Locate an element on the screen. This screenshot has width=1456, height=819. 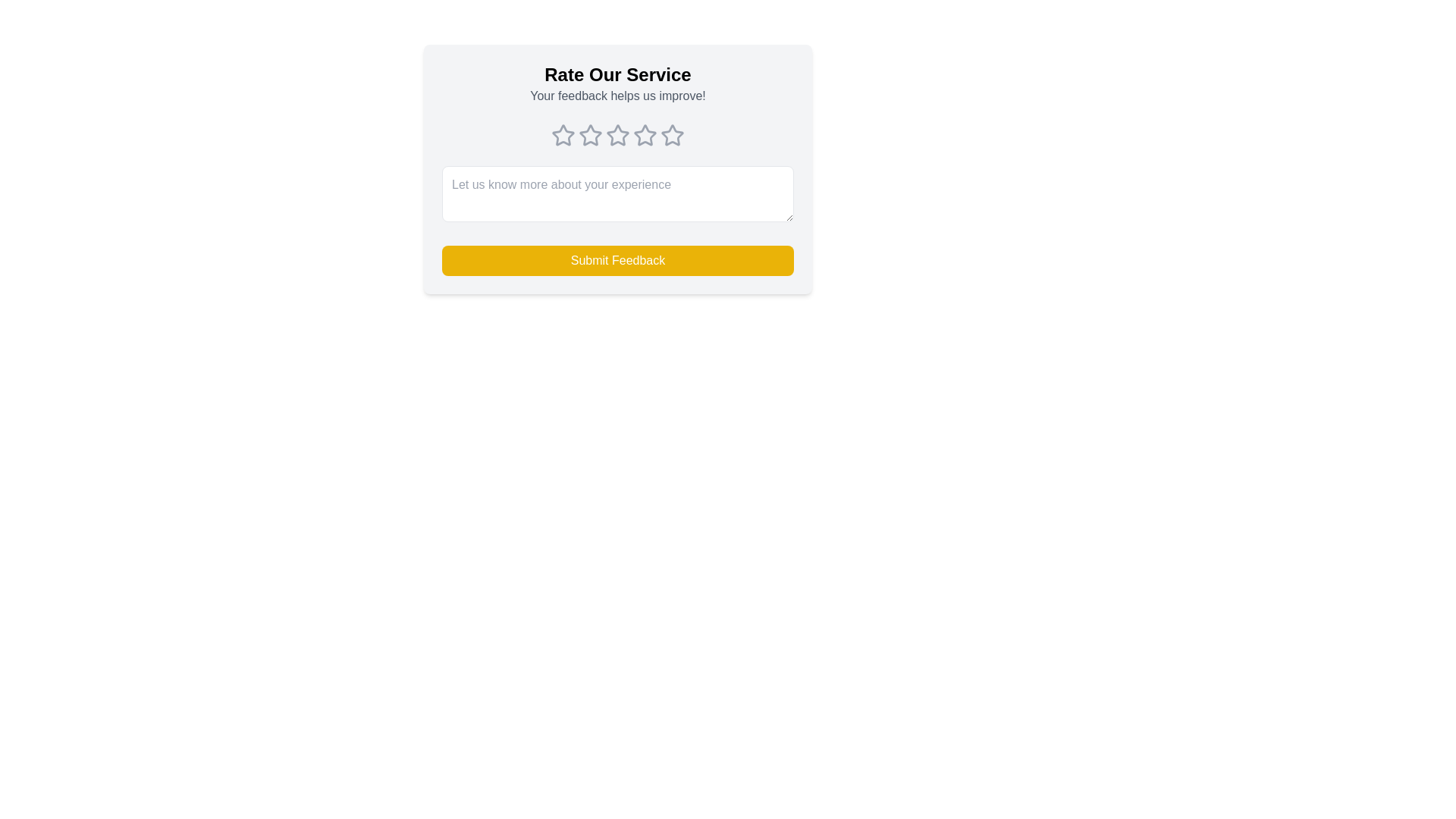
the text input field located centrally within the feedback form, positioned below the star rating icons and above the 'Submit Feedback' button is located at coordinates (618, 193).